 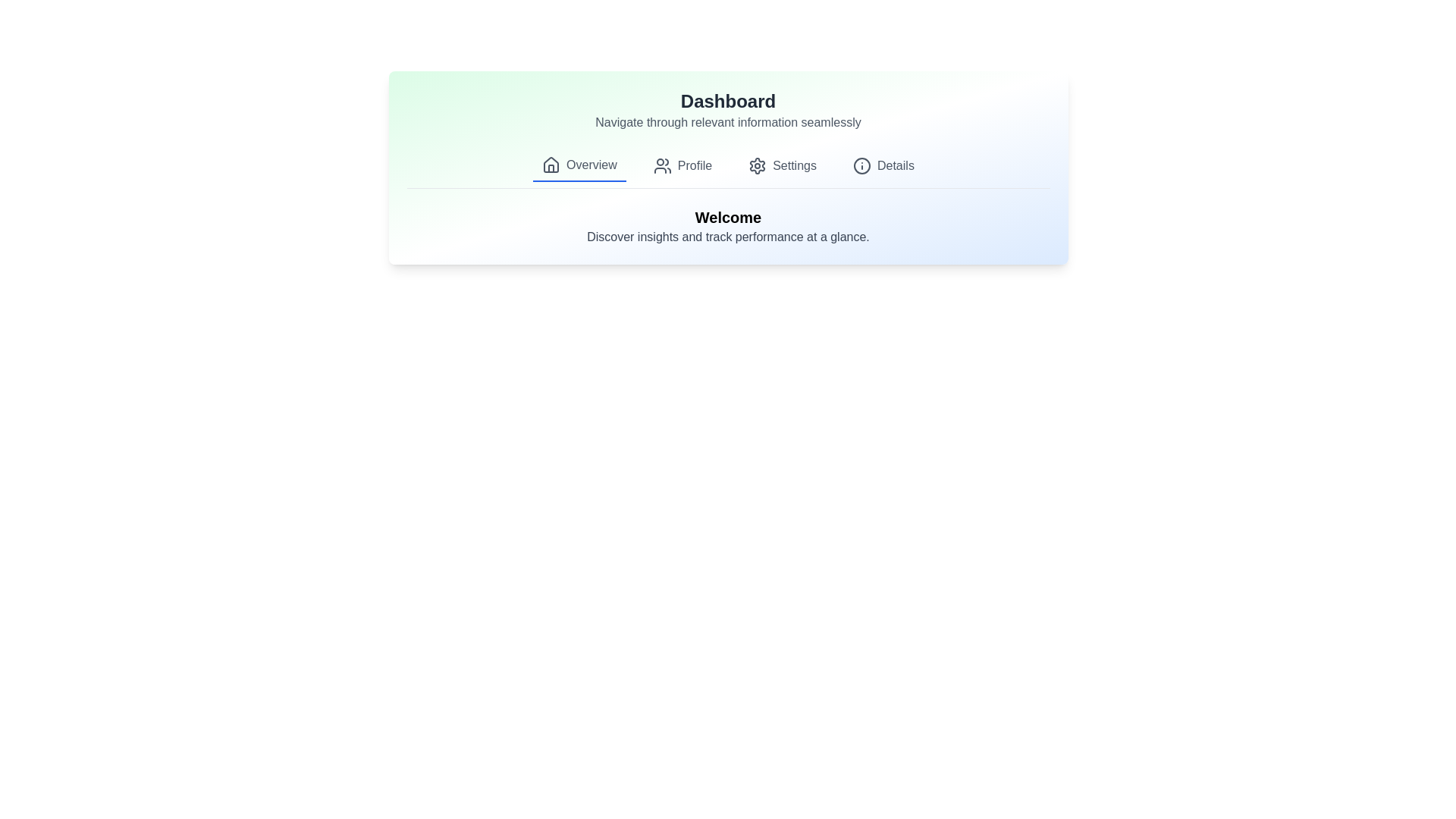 What do you see at coordinates (551, 168) in the screenshot?
I see `the vertical line representing the door within the house-like icon, which is positioned to the left of the 'Overview' text` at bounding box center [551, 168].